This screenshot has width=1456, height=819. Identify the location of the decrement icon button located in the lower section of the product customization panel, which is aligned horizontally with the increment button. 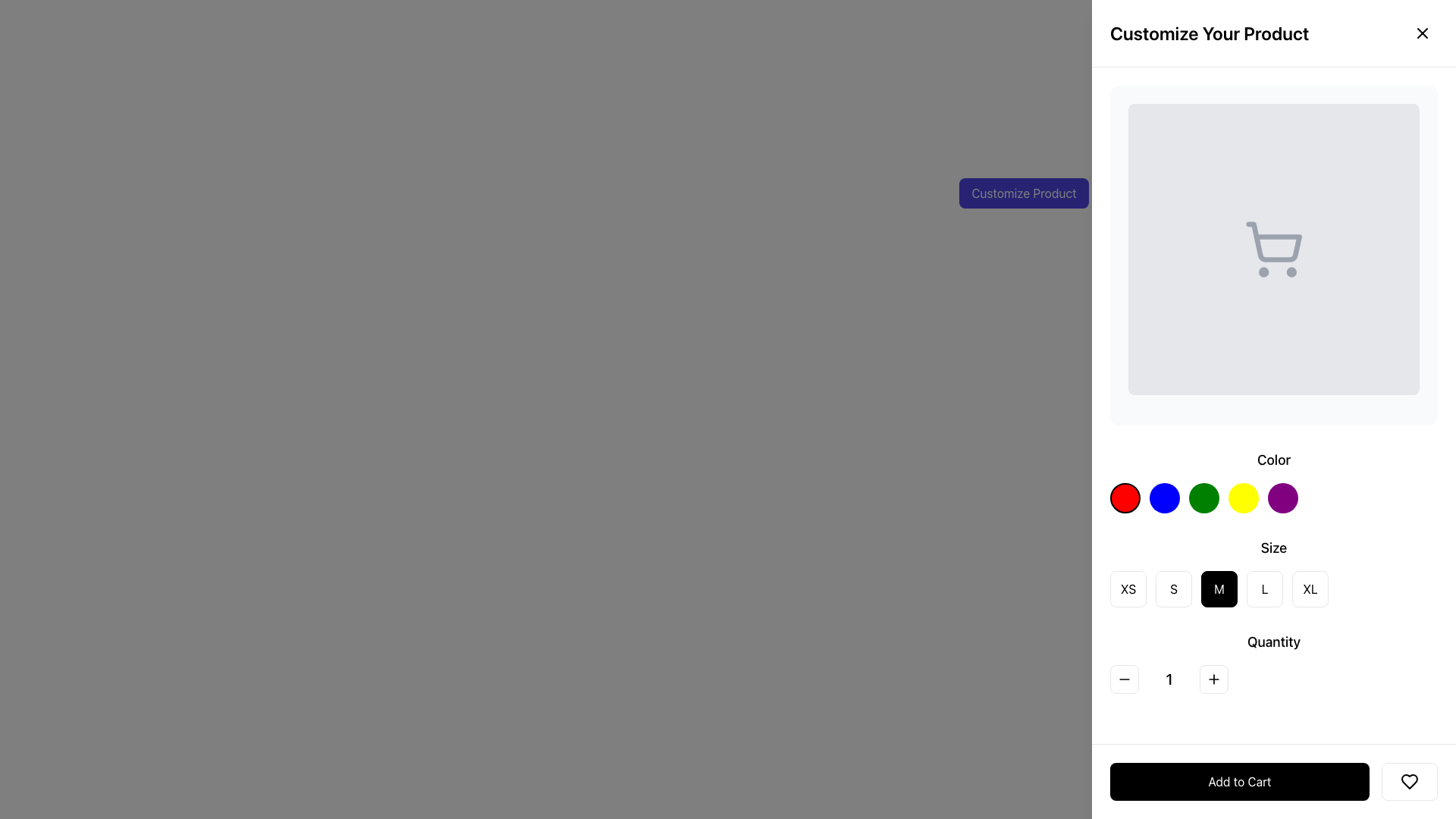
(1125, 678).